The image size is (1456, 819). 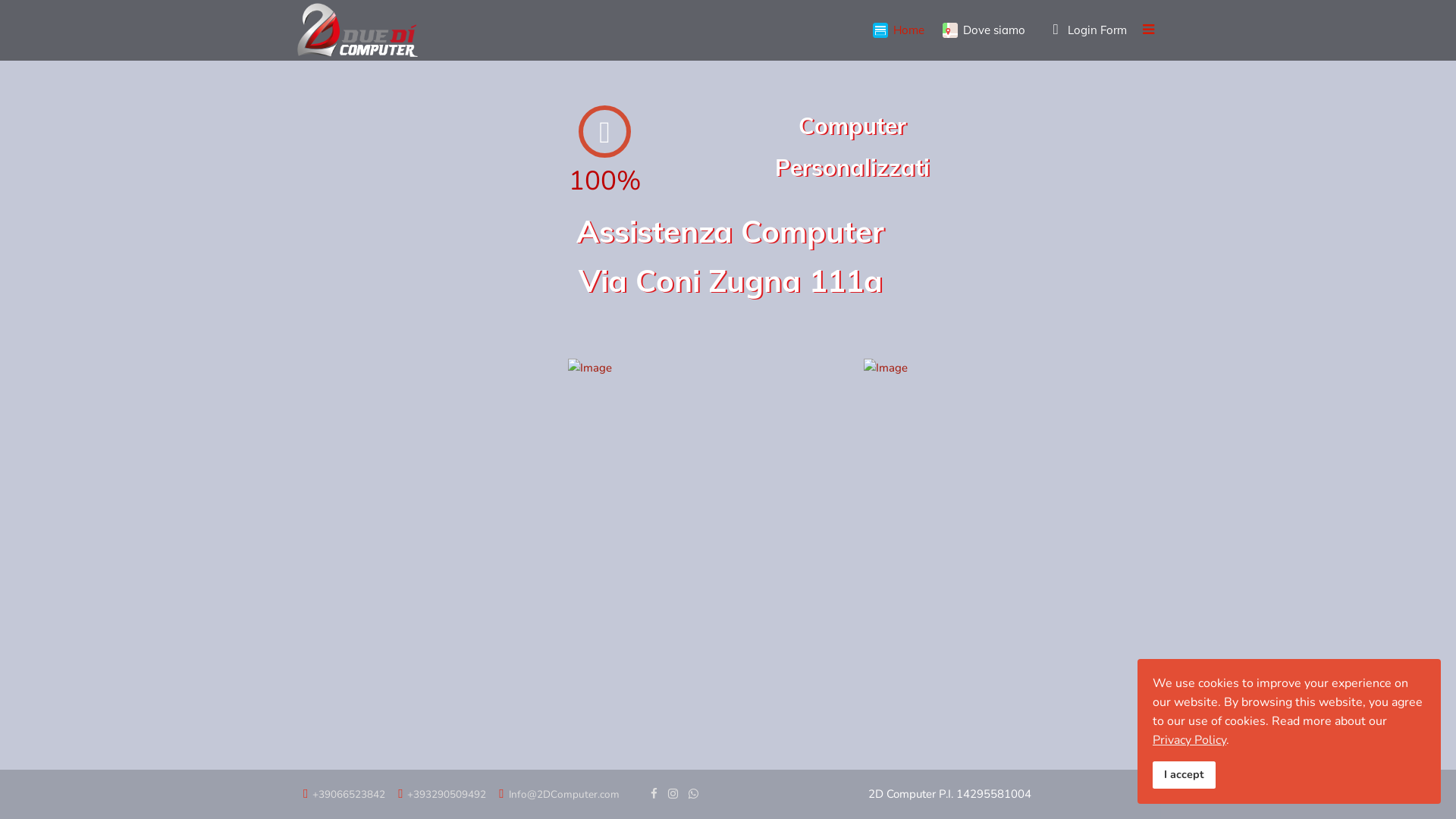 I want to click on 'Dove siamo', so click(x=984, y=30).